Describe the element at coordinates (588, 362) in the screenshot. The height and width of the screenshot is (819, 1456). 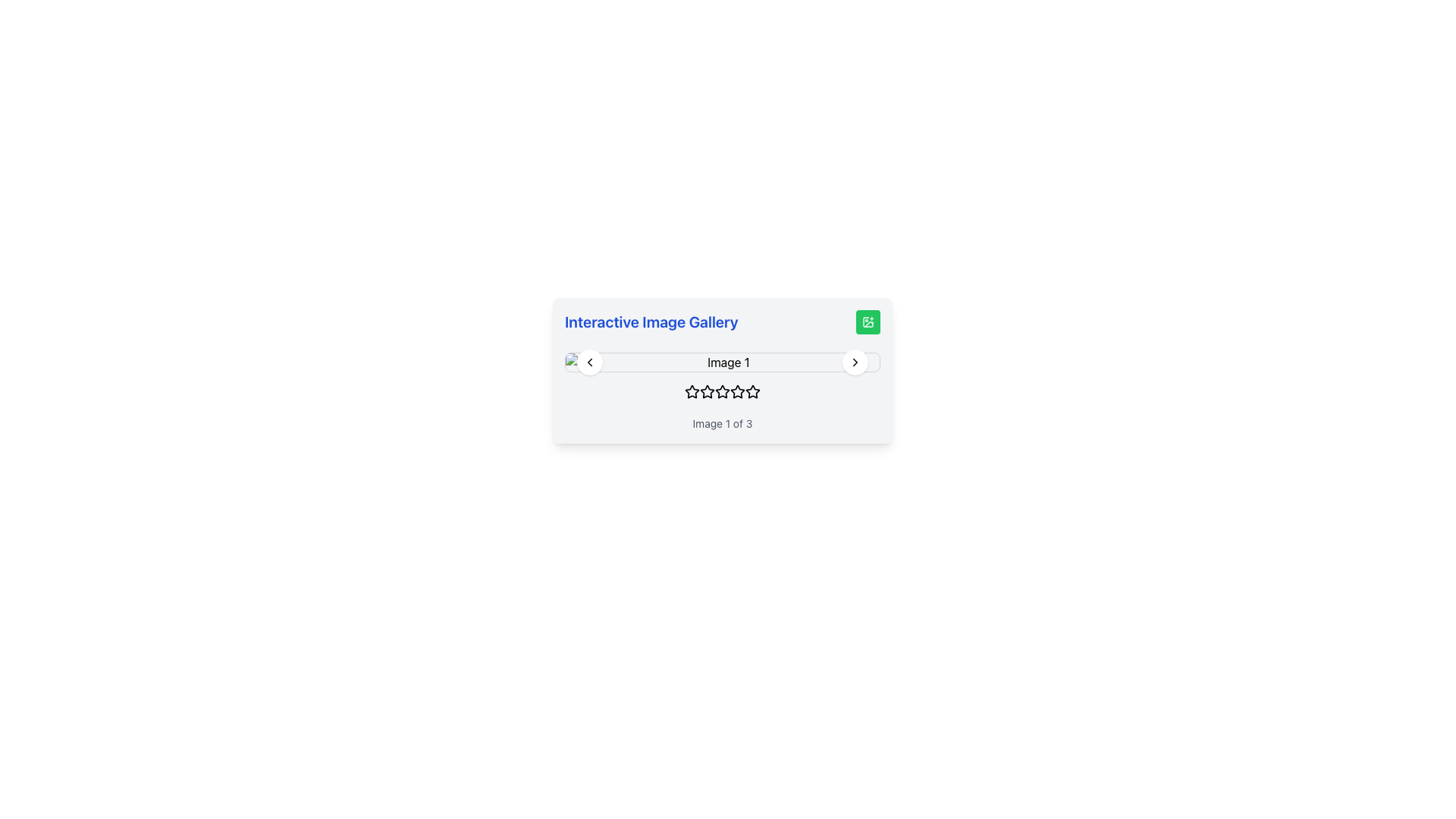
I see `the leftward-pointing chevron icon located within a circular button on the left side of the horizontal navigation bar below the title 'Interactive Image Gallery'` at that location.